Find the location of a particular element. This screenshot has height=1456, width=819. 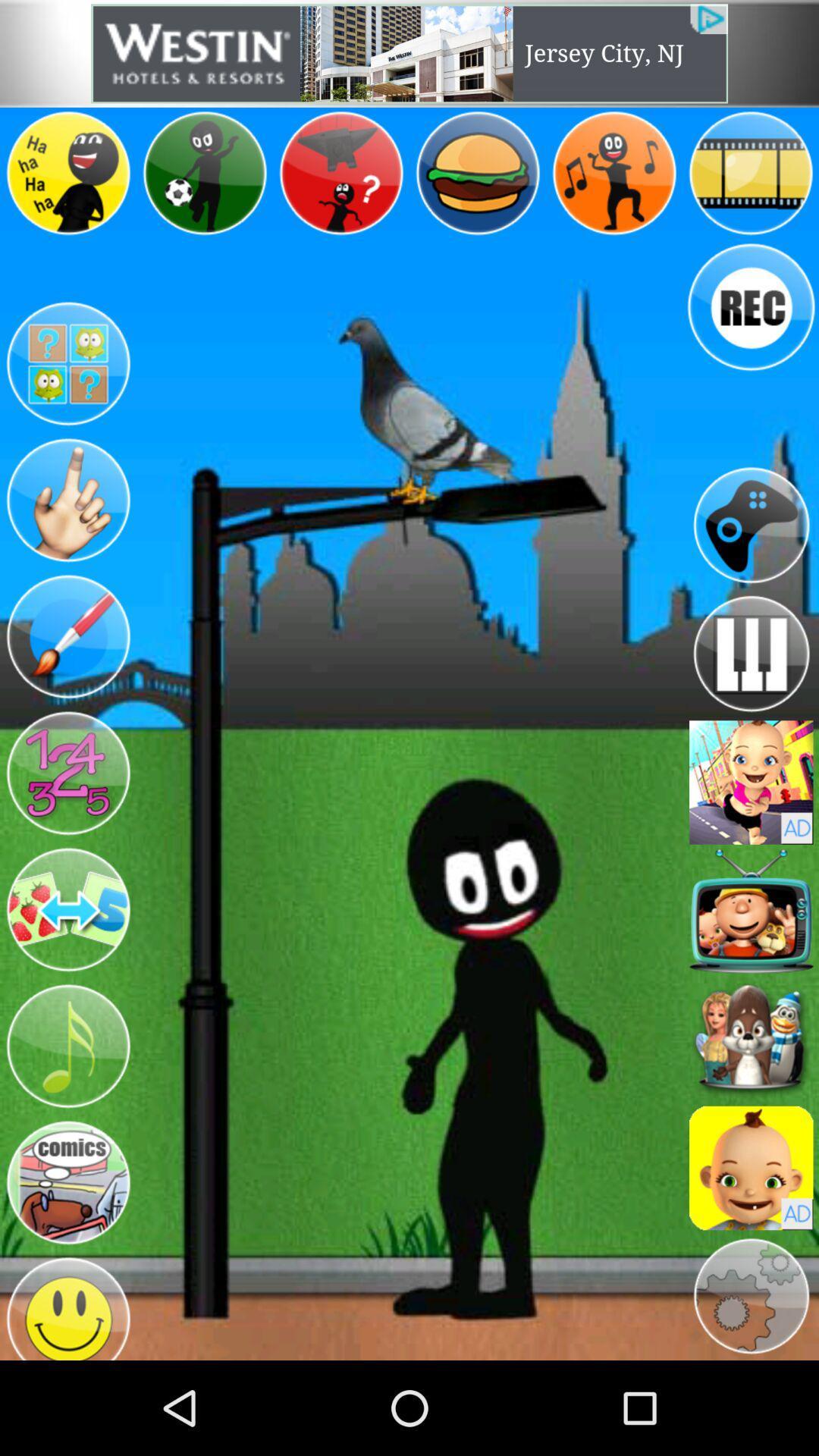

game is located at coordinates (751, 525).